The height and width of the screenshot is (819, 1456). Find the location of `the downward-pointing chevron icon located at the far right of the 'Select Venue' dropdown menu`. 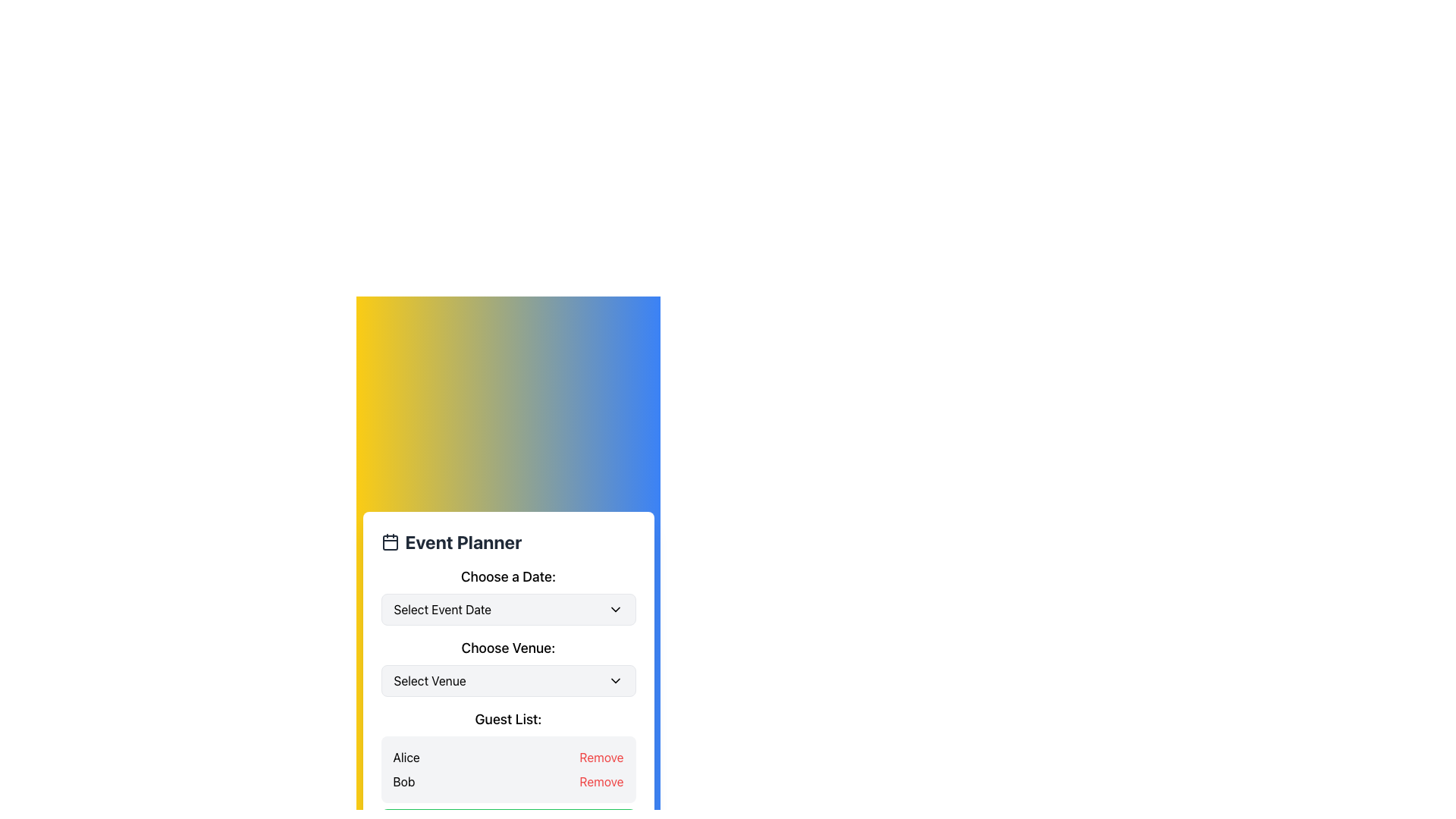

the downward-pointing chevron icon located at the far right of the 'Select Venue' dropdown menu is located at coordinates (615, 680).